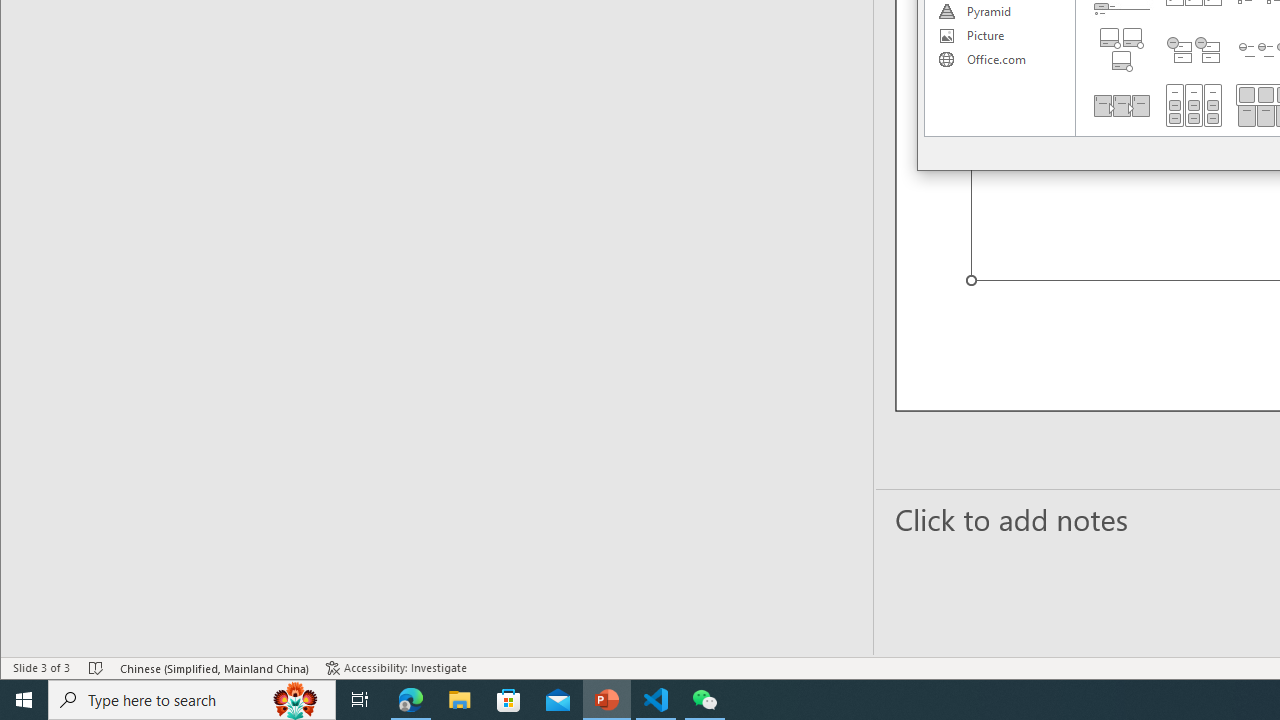 This screenshot has height=720, width=1280. Describe the element at coordinates (192, 698) in the screenshot. I see `'Type here to search'` at that location.